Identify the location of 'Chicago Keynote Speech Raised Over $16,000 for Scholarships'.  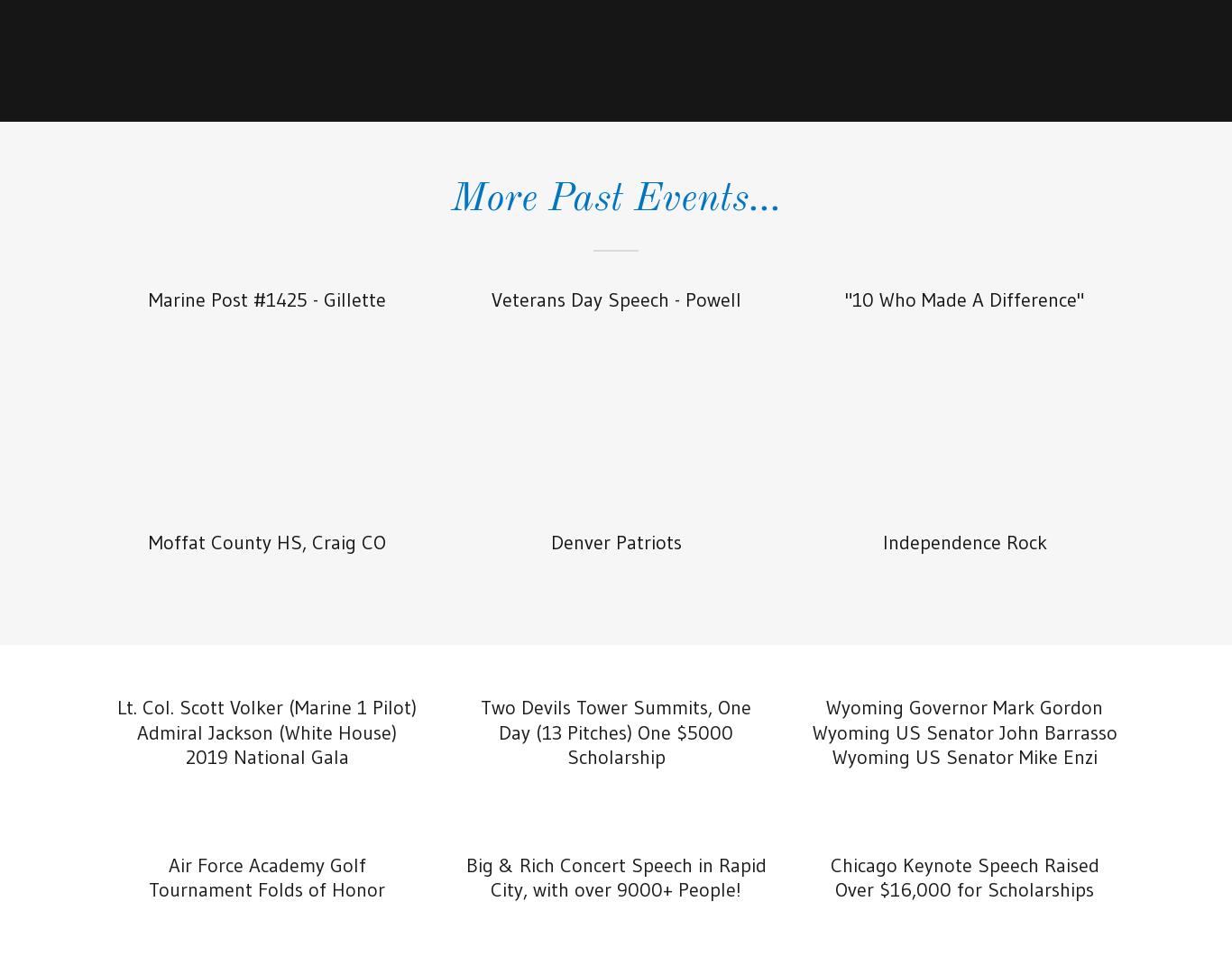
(963, 876).